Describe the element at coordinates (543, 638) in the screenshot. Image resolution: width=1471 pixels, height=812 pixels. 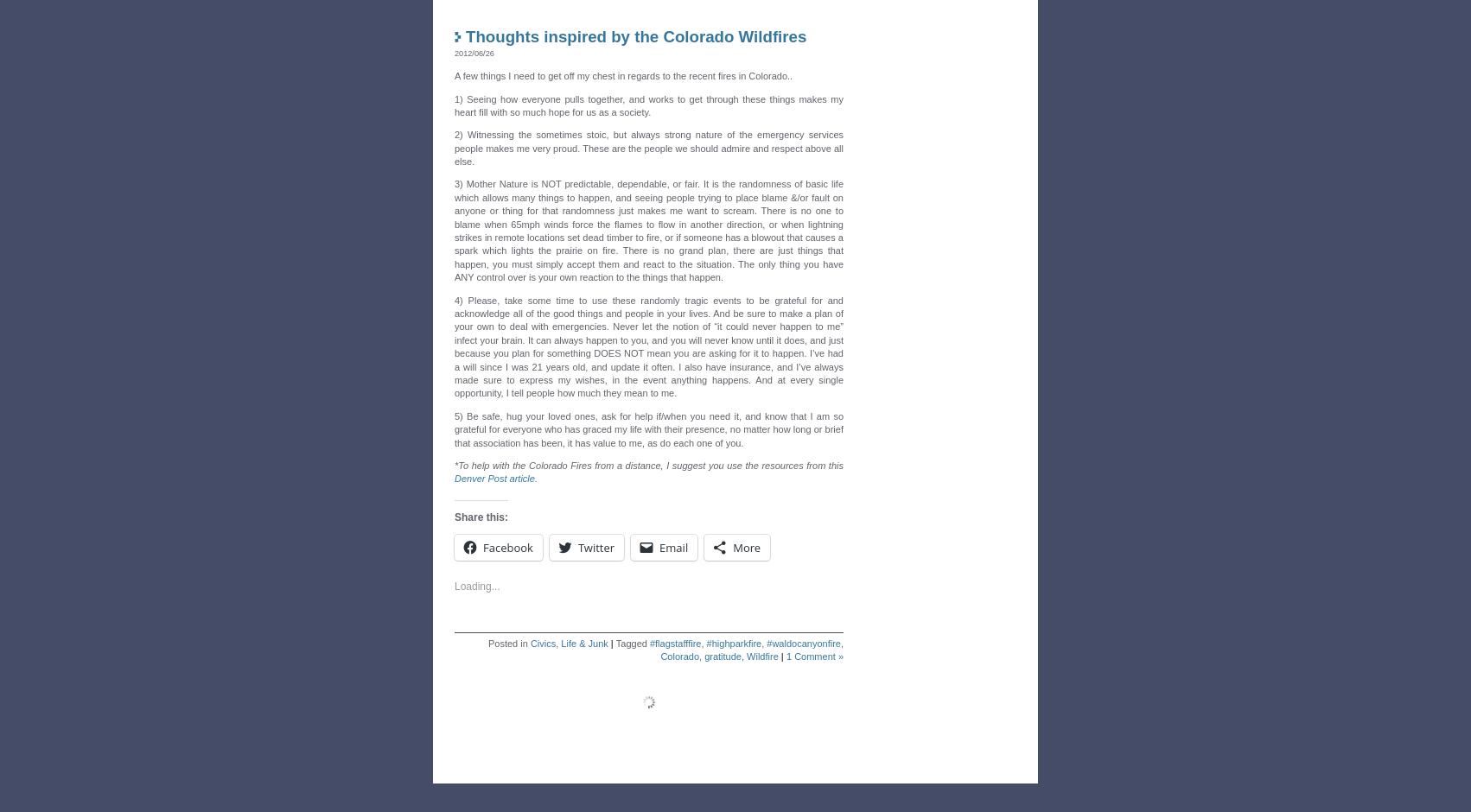
I see `'Civics'` at that location.